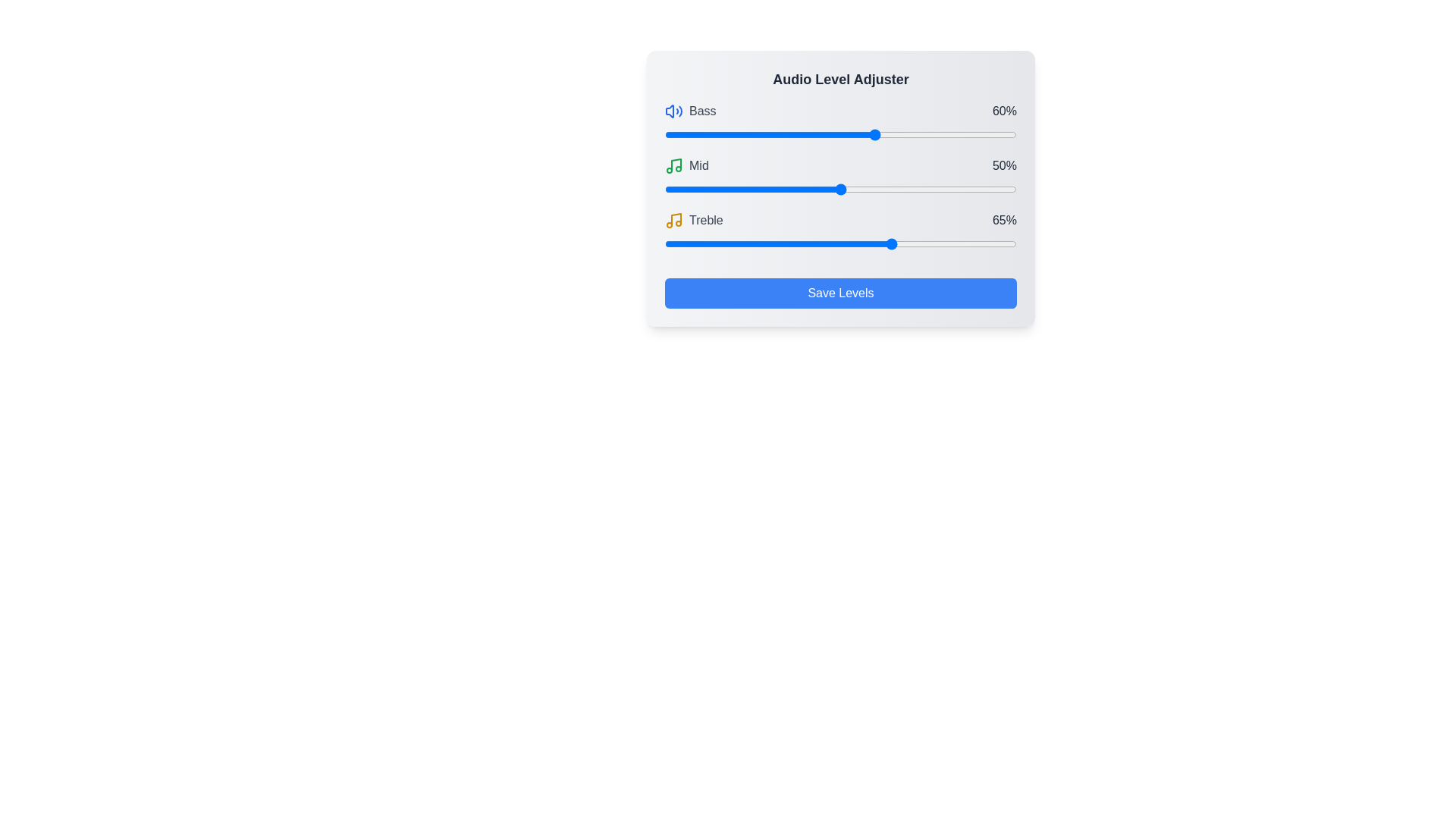 This screenshot has height=819, width=1456. I want to click on the 'Bass' adjustment label, which is located in the top-left section of the audio adjustment interface, next to a blue sound icon, so click(701, 110).